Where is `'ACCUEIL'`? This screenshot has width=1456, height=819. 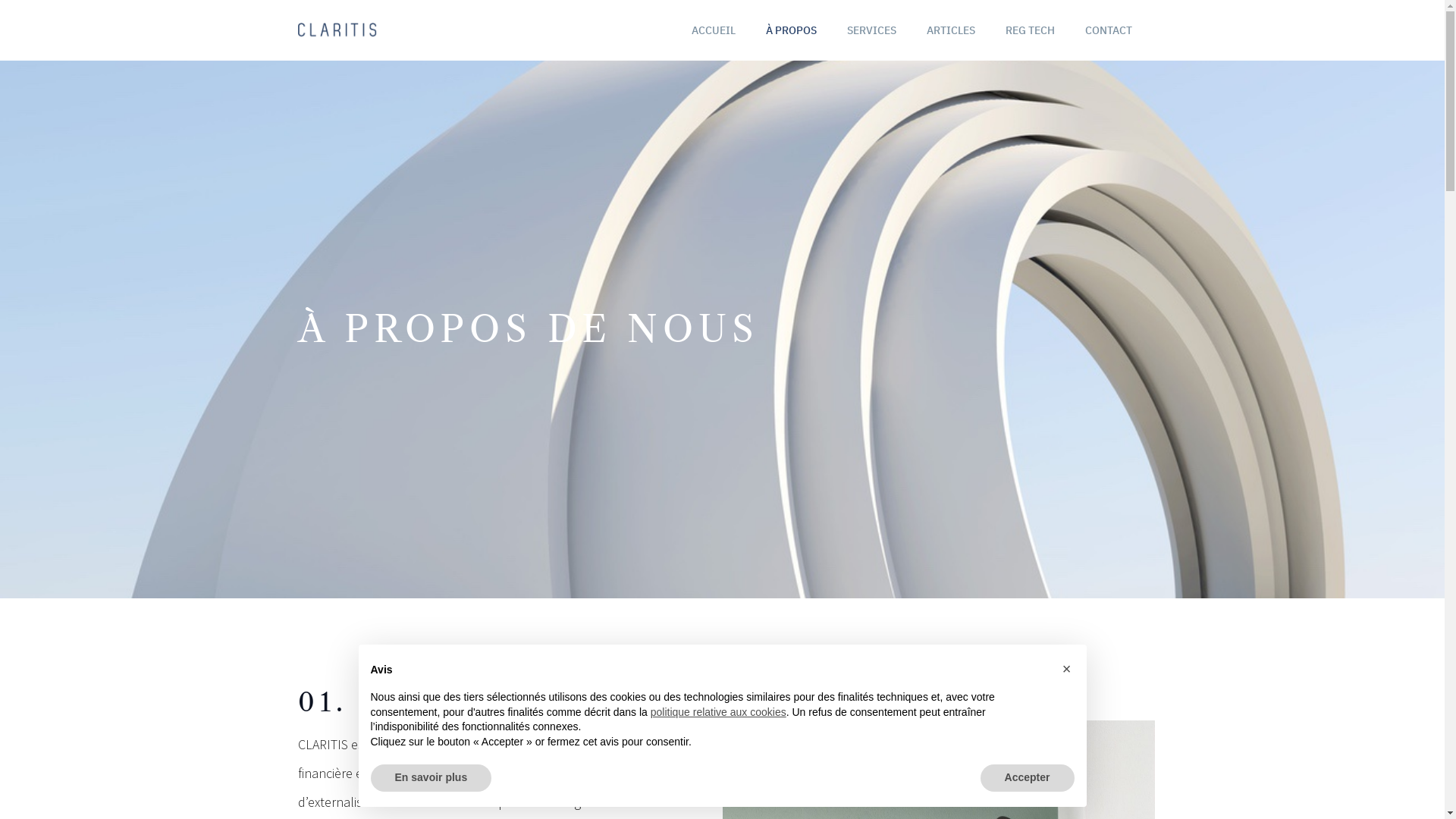
'ACCUEIL' is located at coordinates (676, 30).